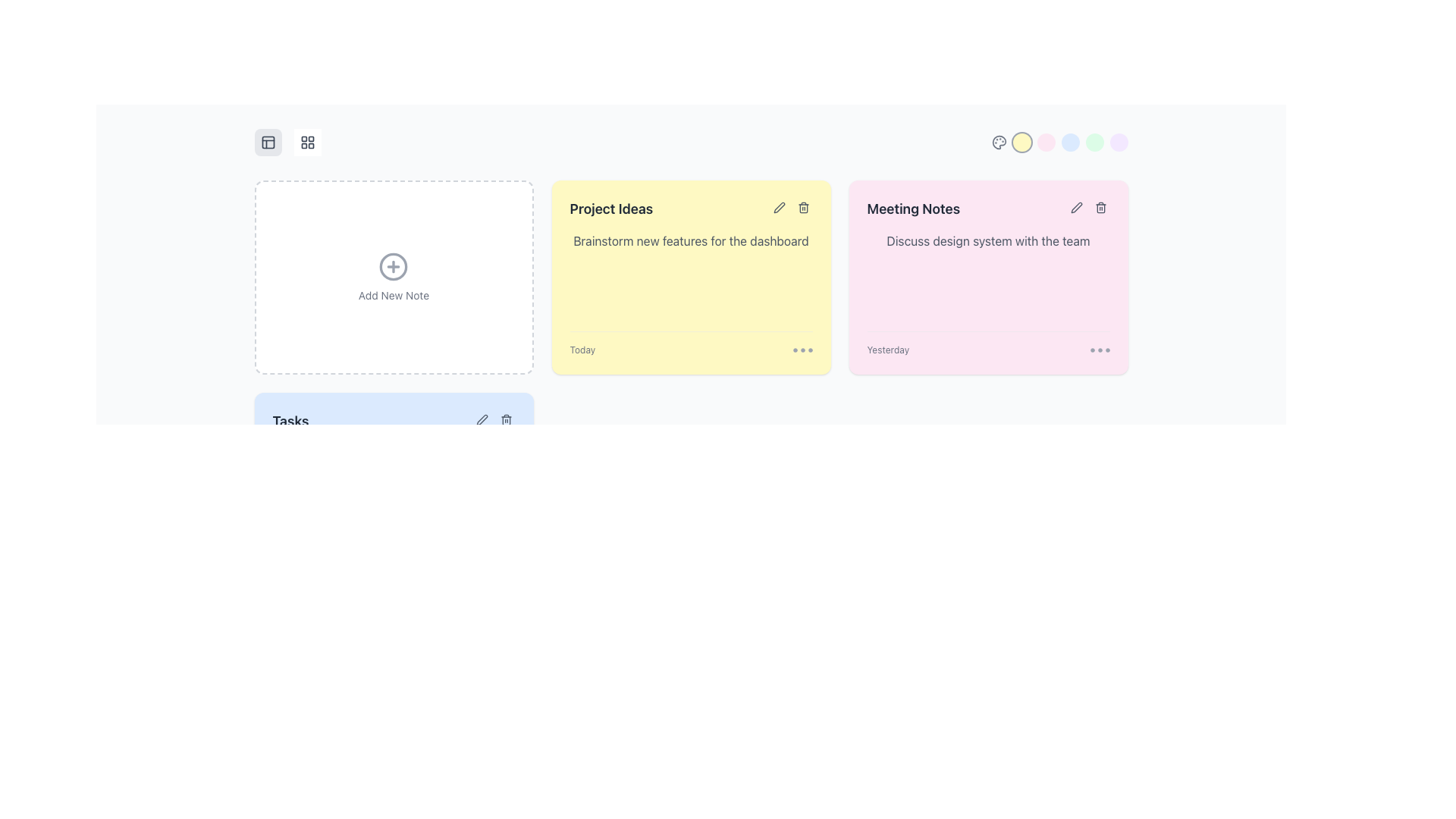  What do you see at coordinates (802, 207) in the screenshot?
I see `the trash bin icon located in the top-right corner of the 'Project Ideas' card` at bounding box center [802, 207].